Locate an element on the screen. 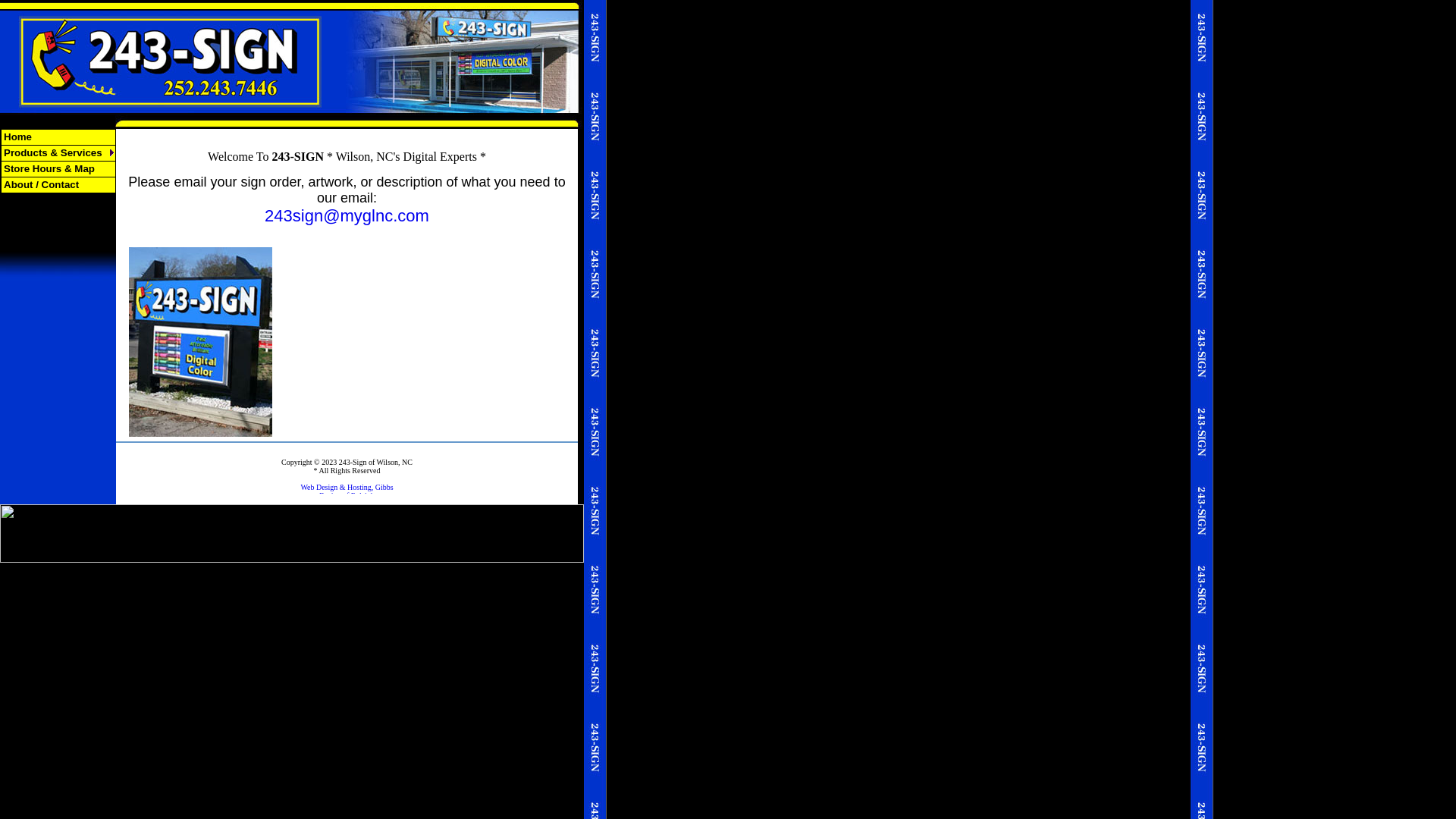  '243sign@myglnc.com' is located at coordinates (265, 215).